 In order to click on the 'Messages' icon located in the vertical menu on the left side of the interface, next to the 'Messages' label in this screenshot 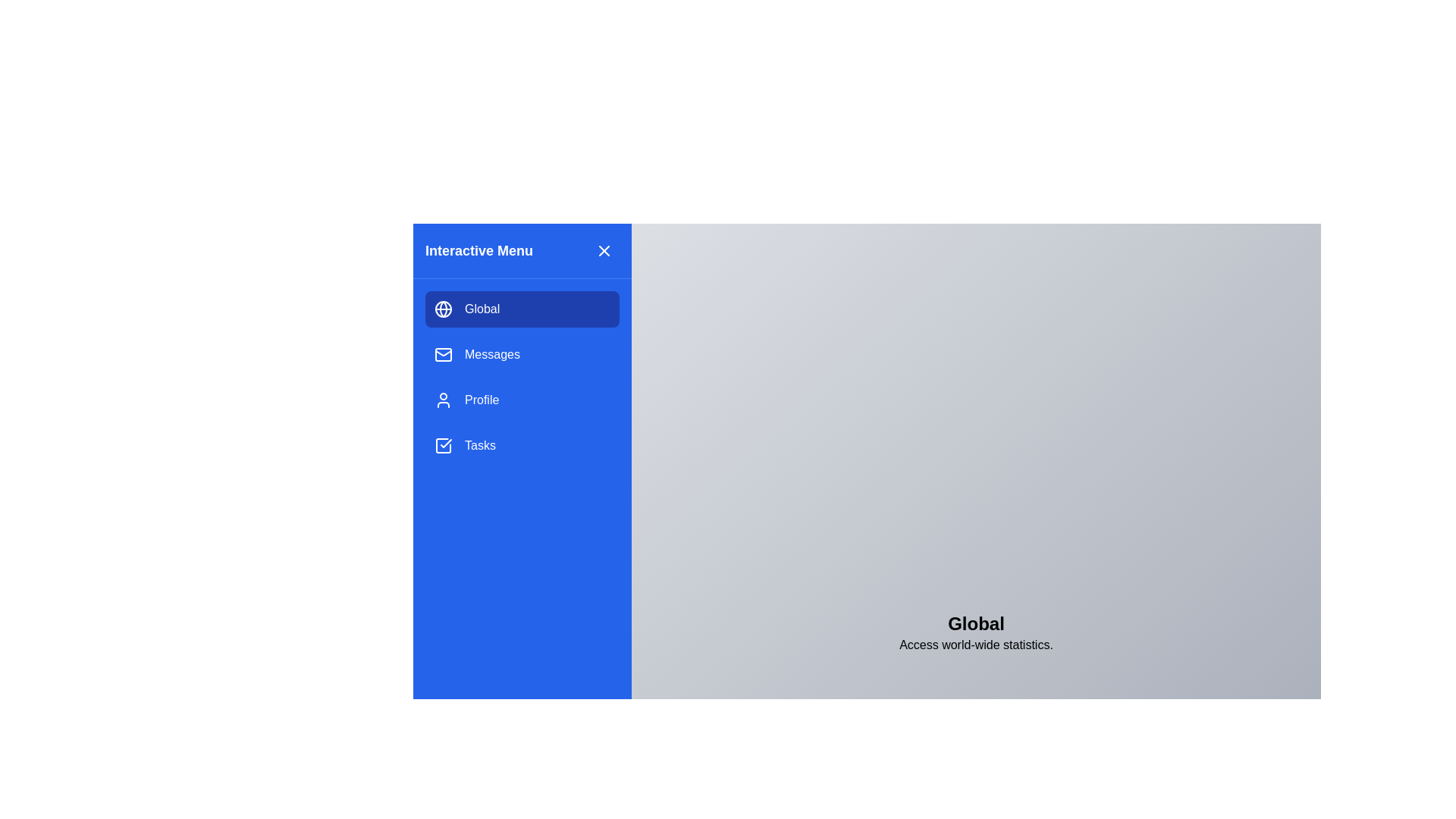, I will do `click(443, 354)`.